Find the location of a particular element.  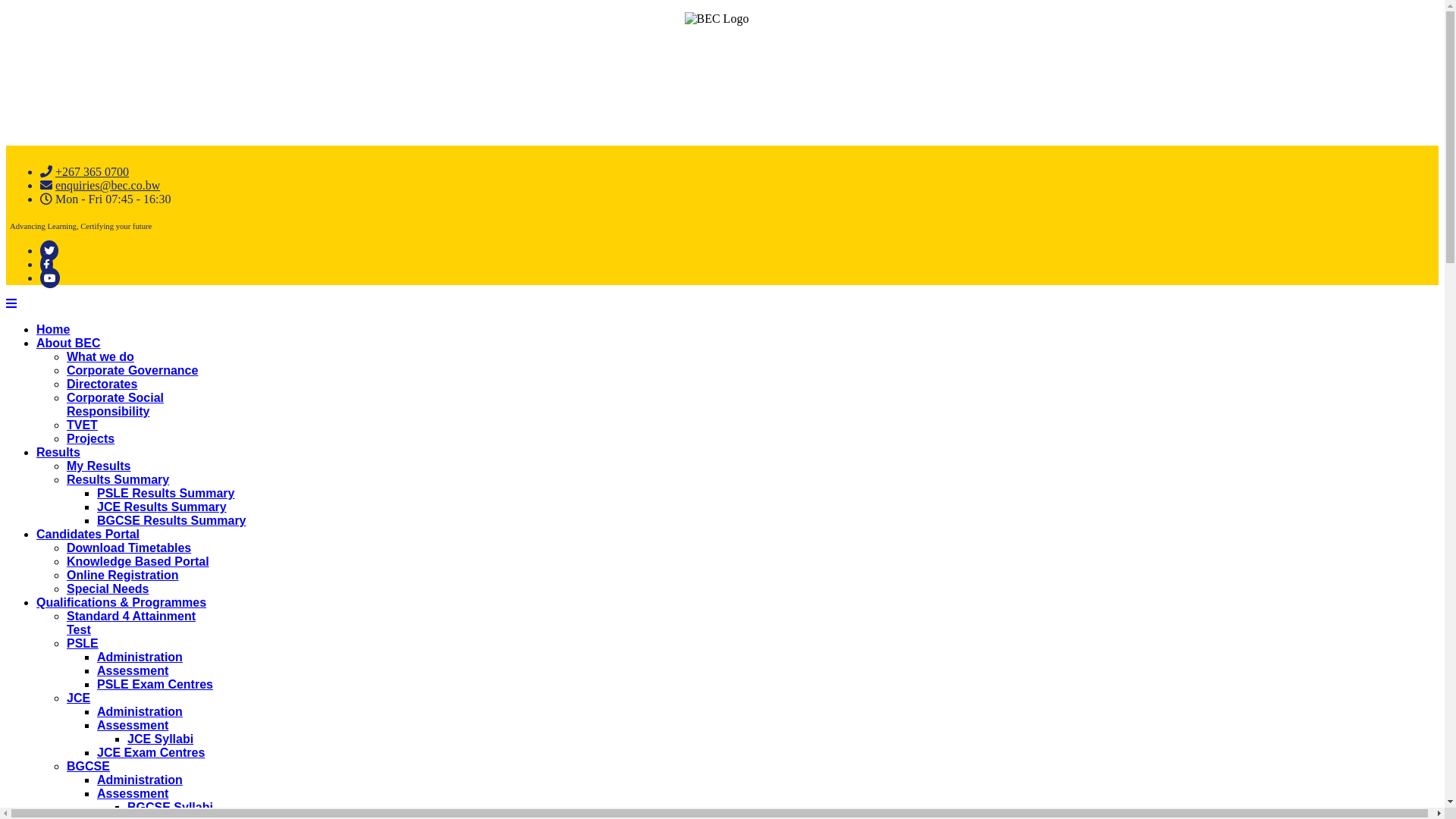

'Home' is located at coordinates (53, 328).